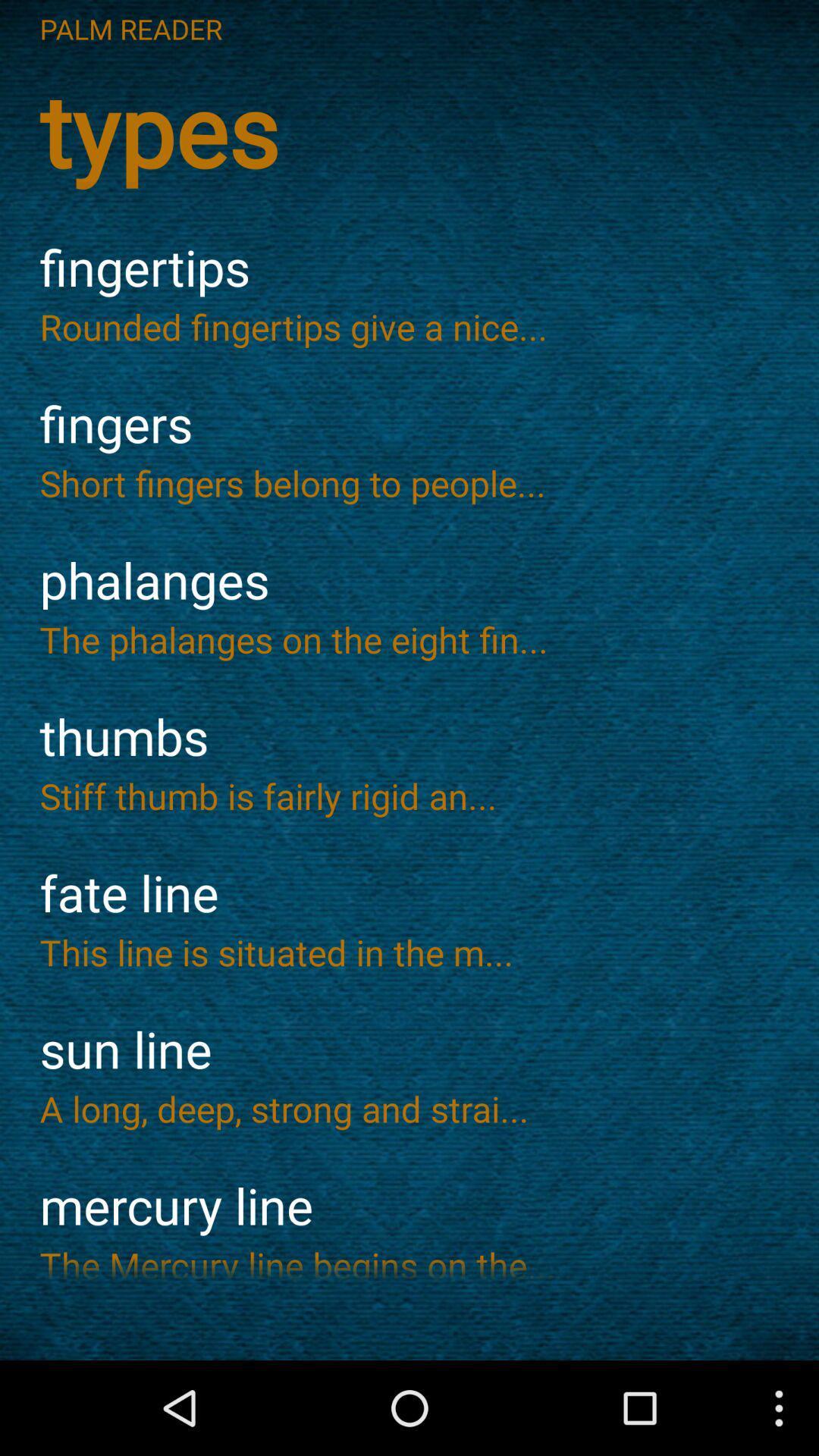  Describe the element at coordinates (409, 1109) in the screenshot. I see `the icon below the sun line item` at that location.